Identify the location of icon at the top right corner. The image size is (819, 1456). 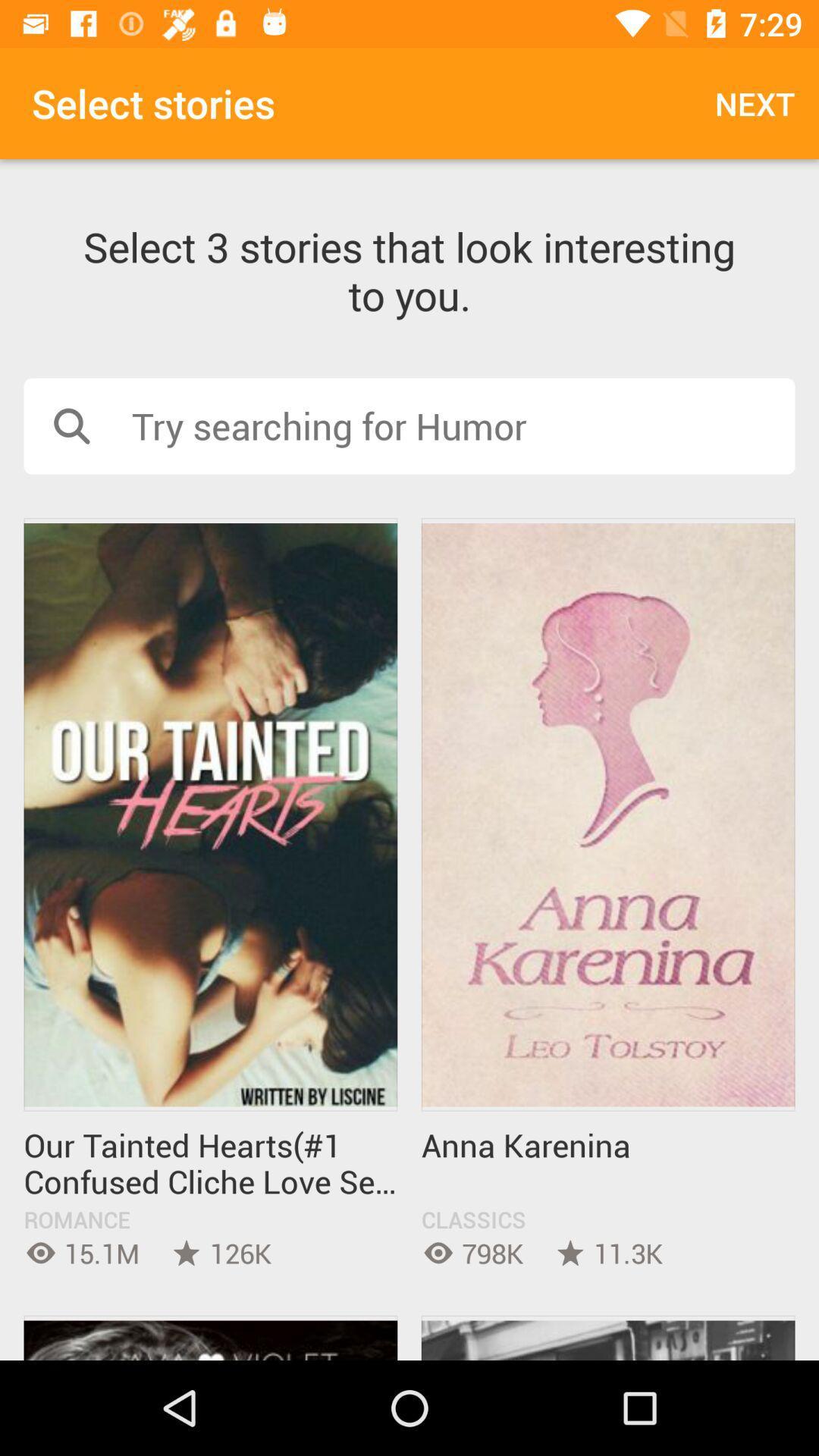
(755, 102).